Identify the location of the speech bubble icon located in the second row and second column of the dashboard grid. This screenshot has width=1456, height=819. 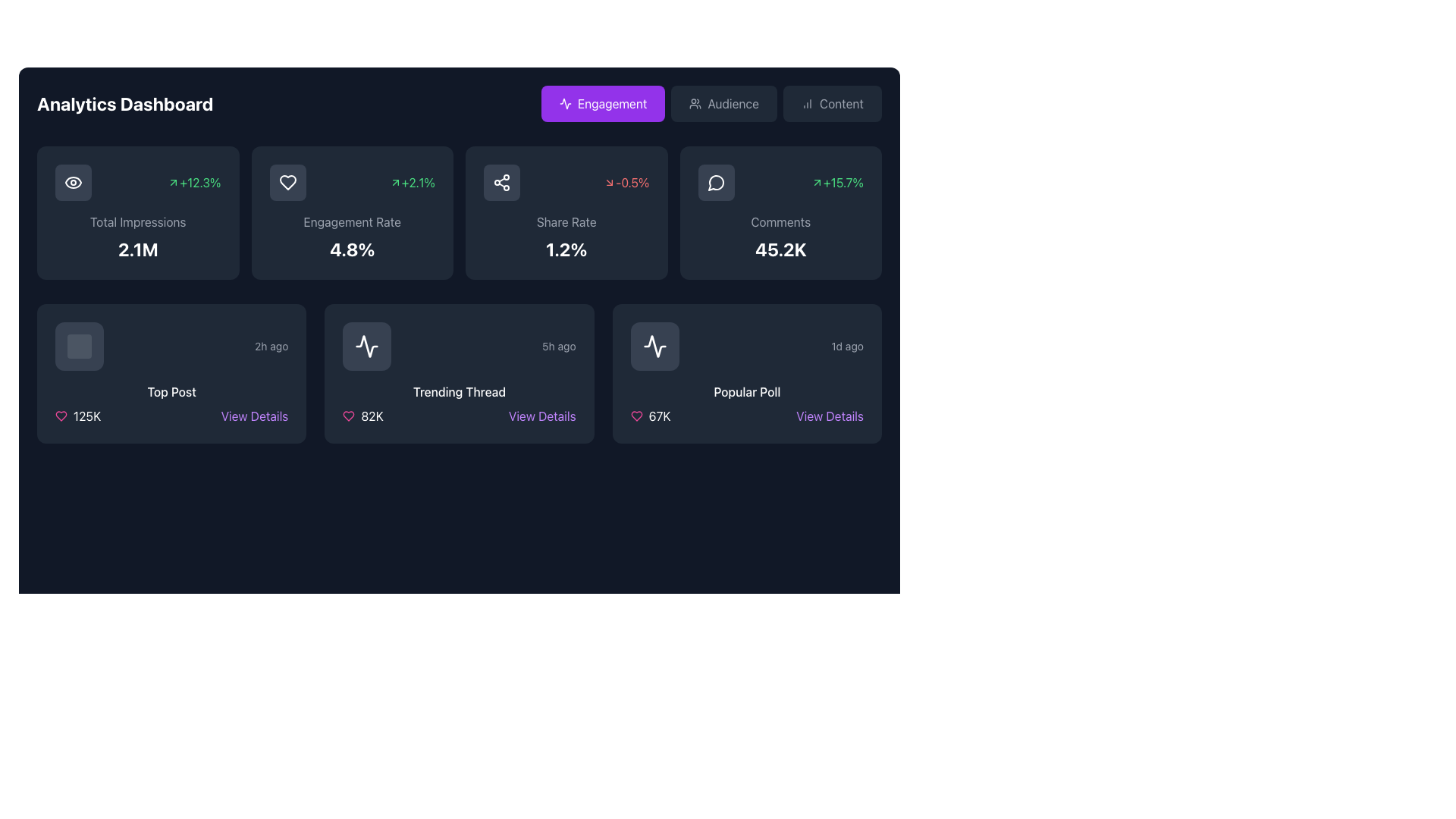
(715, 181).